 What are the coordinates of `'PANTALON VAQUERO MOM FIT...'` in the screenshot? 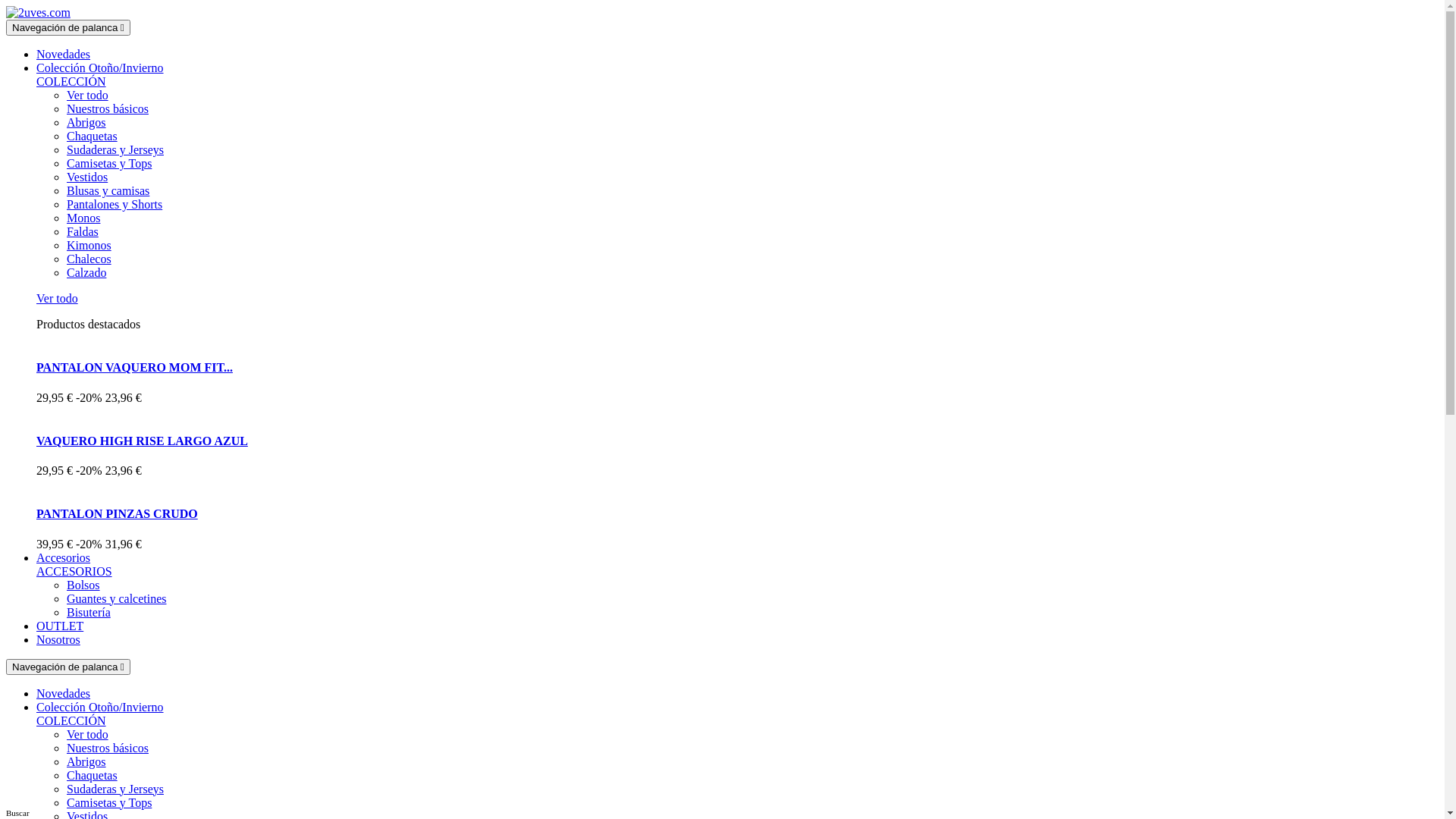 It's located at (134, 367).